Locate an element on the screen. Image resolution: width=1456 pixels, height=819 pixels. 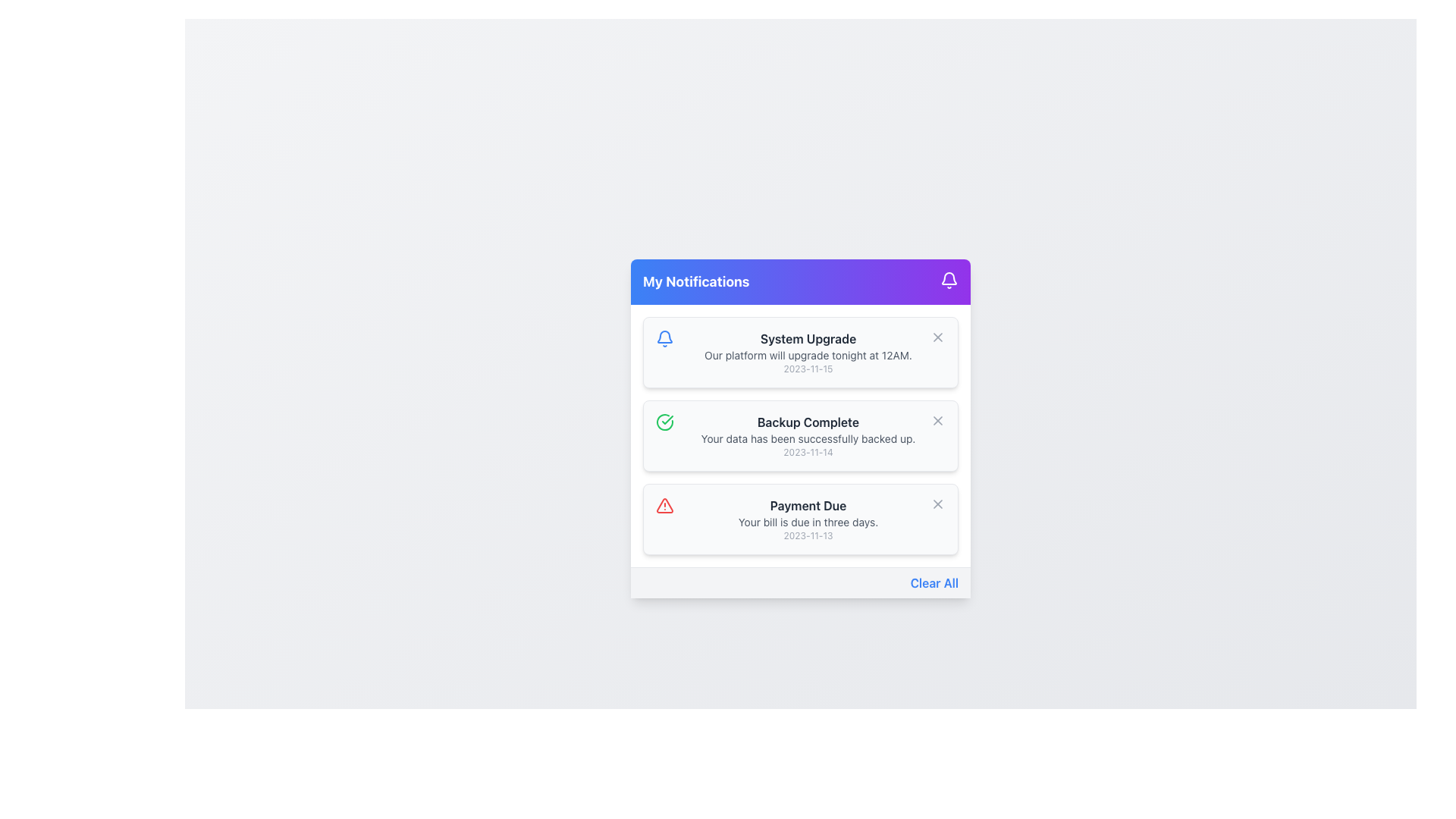
the static text element that serves as a heading for a notification about a payment due, located at the top of the notification card is located at coordinates (807, 505).